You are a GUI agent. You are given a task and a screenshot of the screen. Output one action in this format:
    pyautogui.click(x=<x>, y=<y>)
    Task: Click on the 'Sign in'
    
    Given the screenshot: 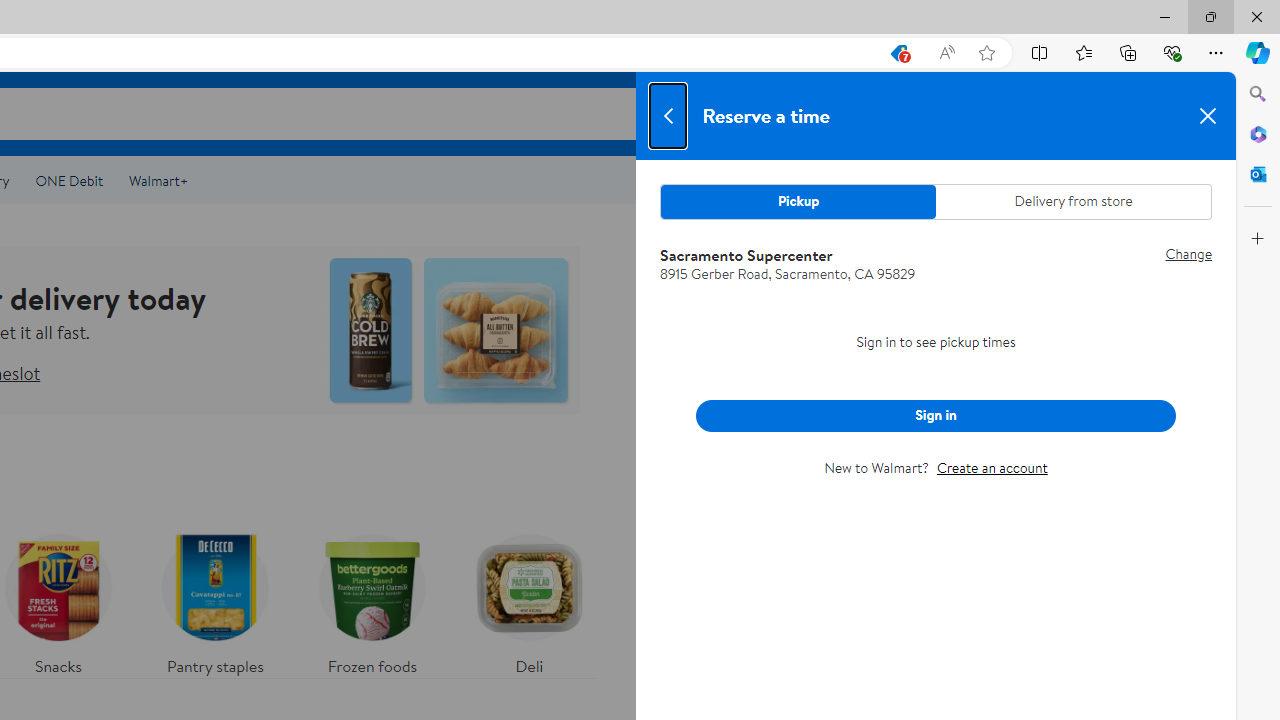 What is the action you would take?
    pyautogui.click(x=935, y=414)
    